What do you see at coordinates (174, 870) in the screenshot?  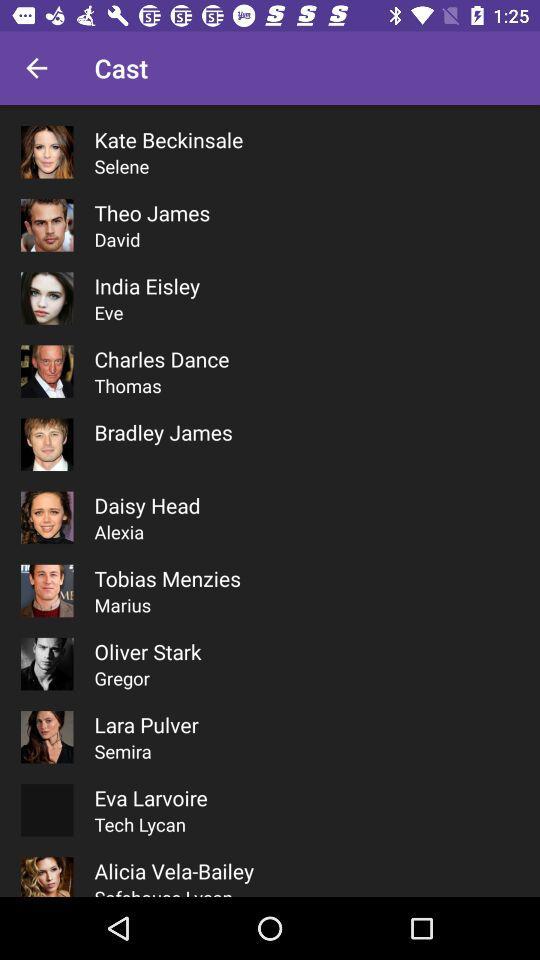 I see `alicia vela-bailey icon` at bounding box center [174, 870].